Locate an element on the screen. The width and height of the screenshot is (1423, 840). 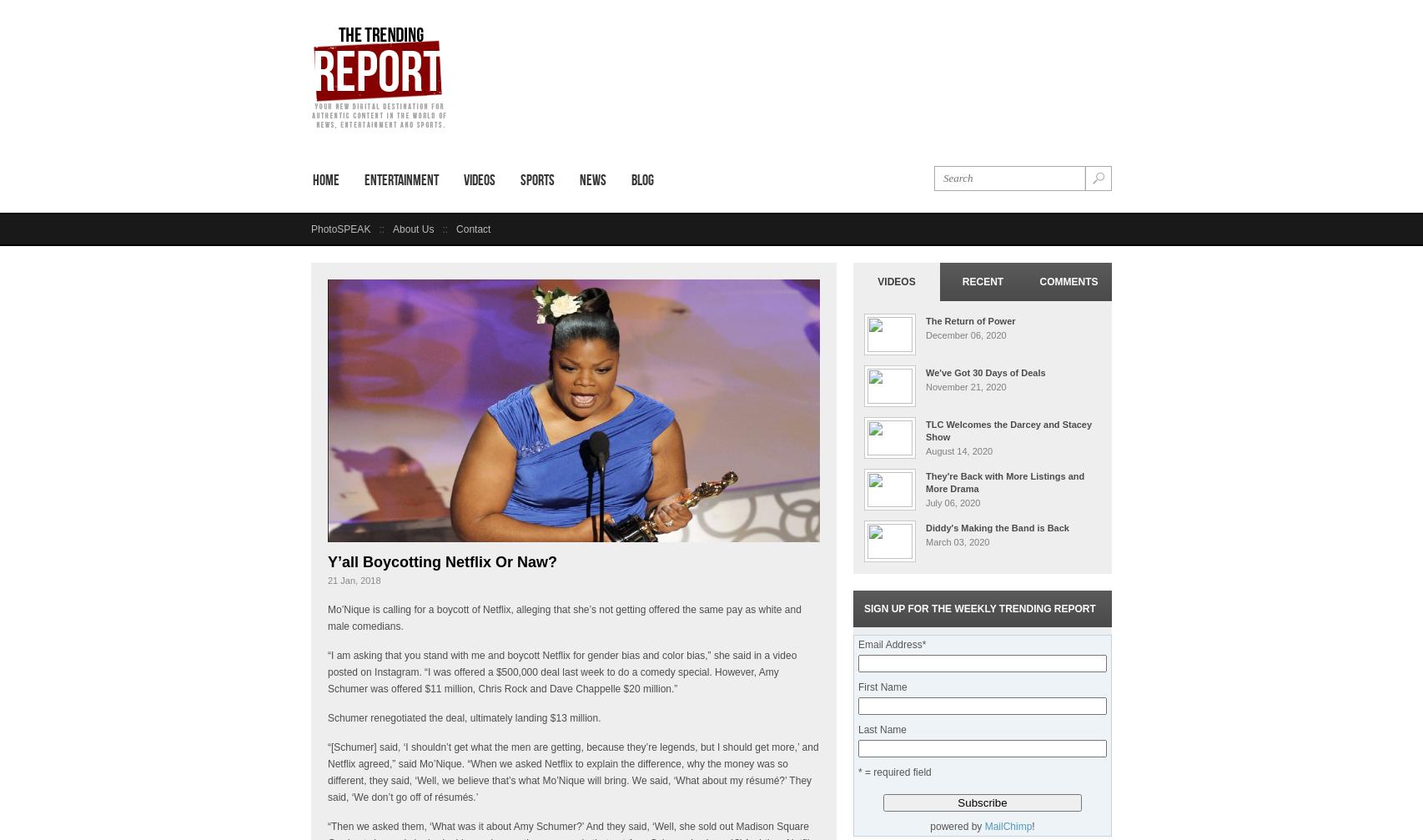
'MailChimp' is located at coordinates (1008, 825).